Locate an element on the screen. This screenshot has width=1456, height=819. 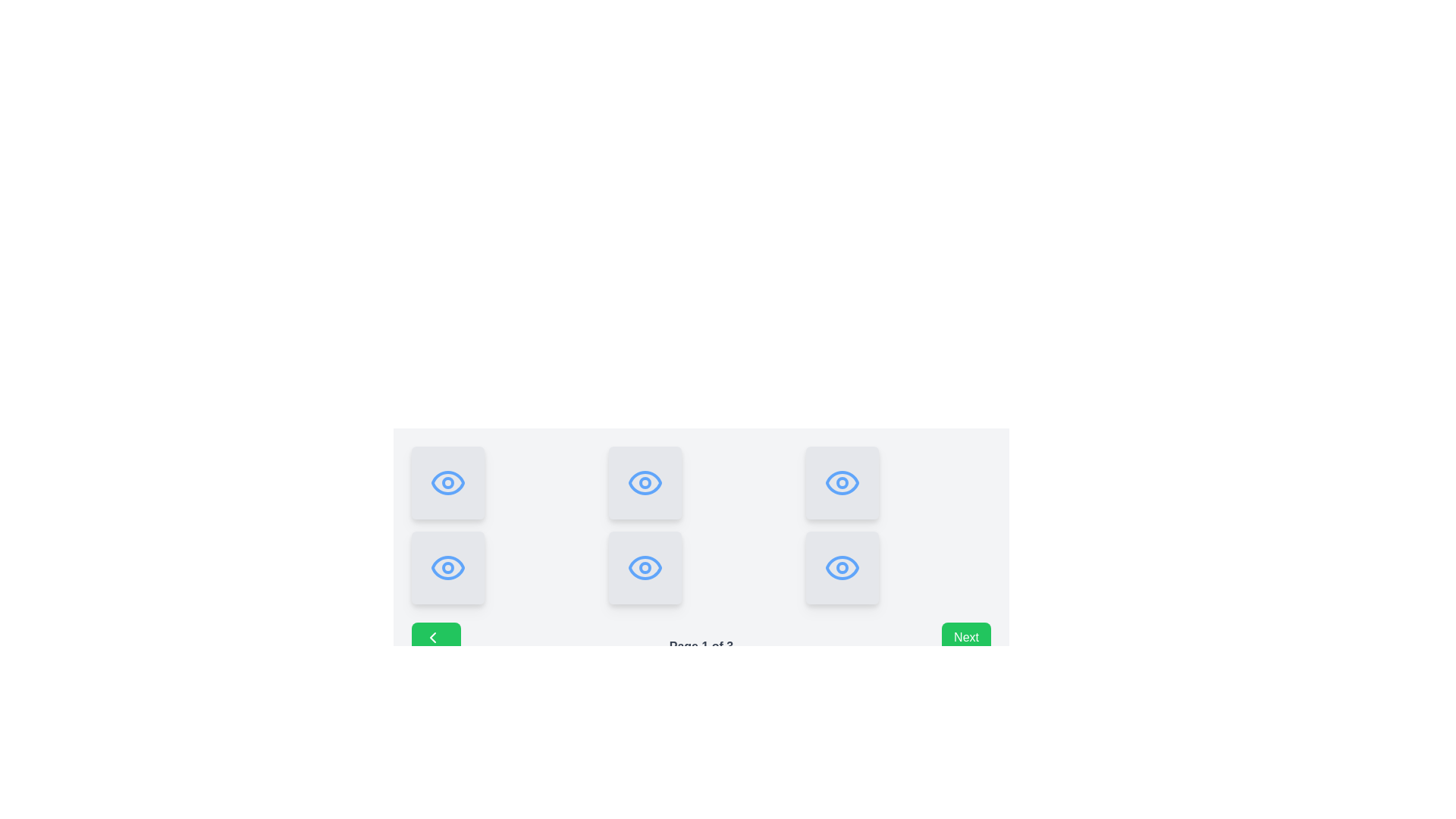
the eye-shaped icon with a blue outline located in the bottom-right corner of the grid is located at coordinates (841, 567).